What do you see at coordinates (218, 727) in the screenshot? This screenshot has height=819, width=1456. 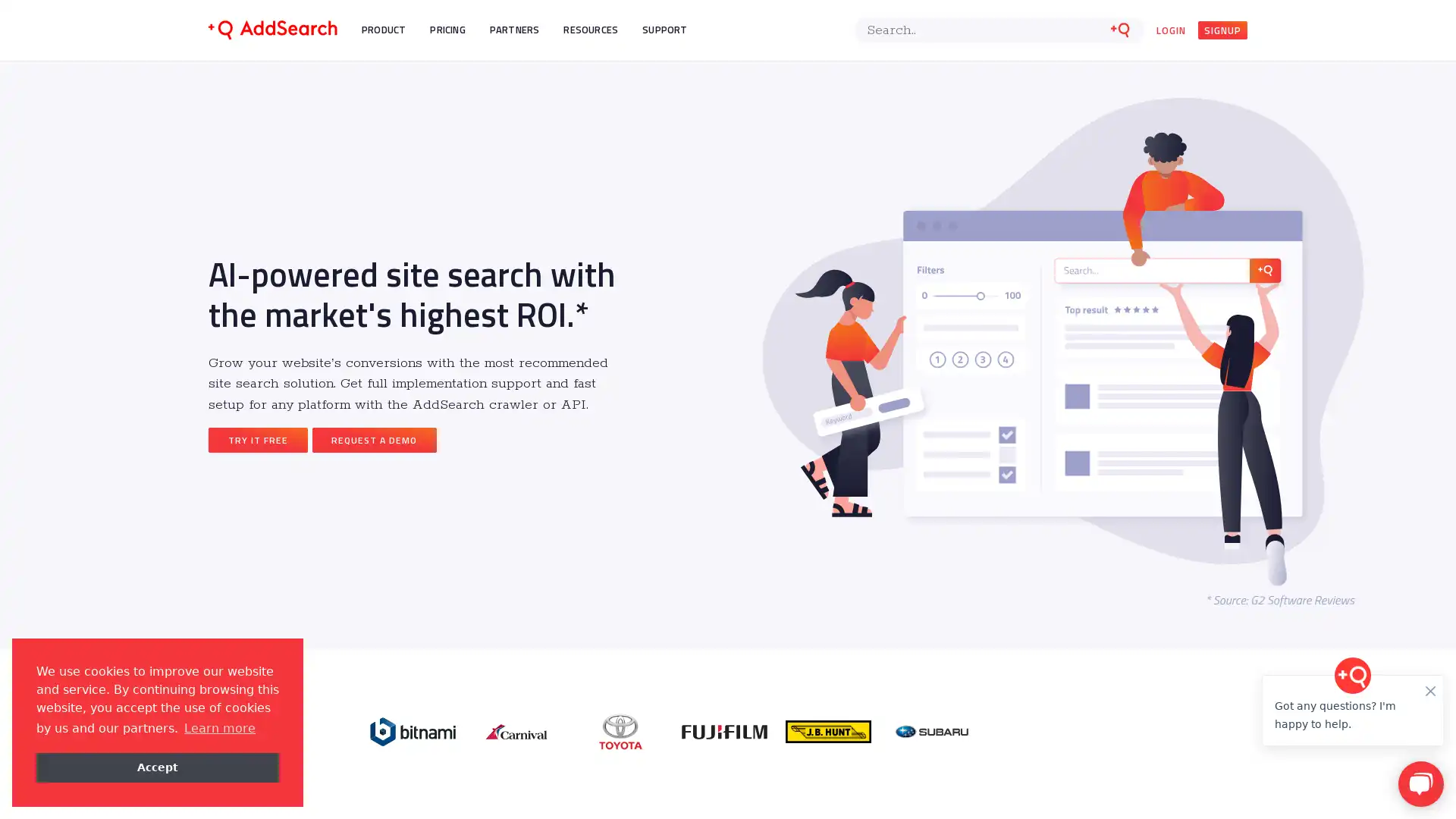 I see `learn more about cookies` at bounding box center [218, 727].